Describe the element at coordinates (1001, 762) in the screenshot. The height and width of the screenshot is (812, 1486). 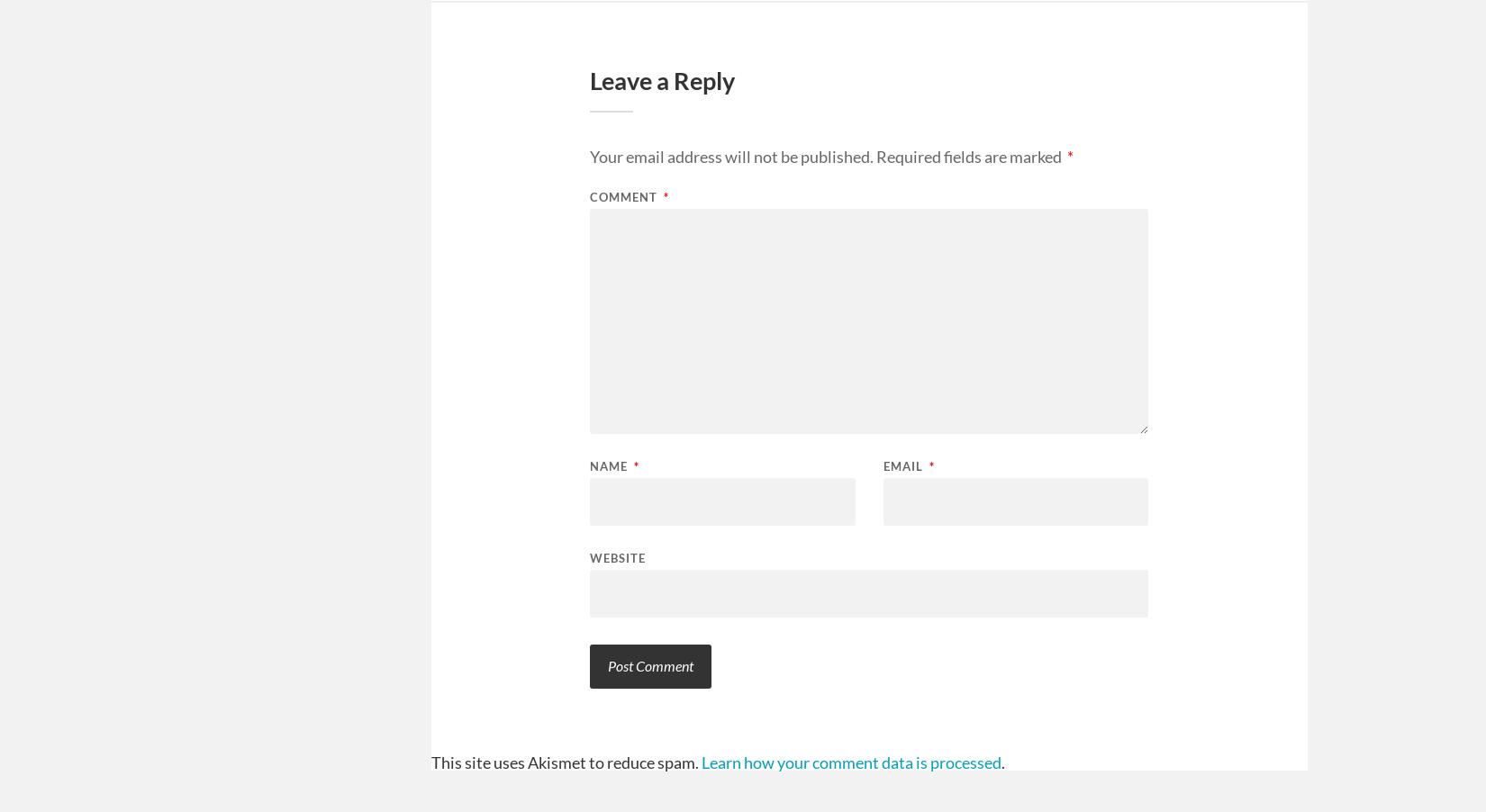
I see `'.'` at that location.